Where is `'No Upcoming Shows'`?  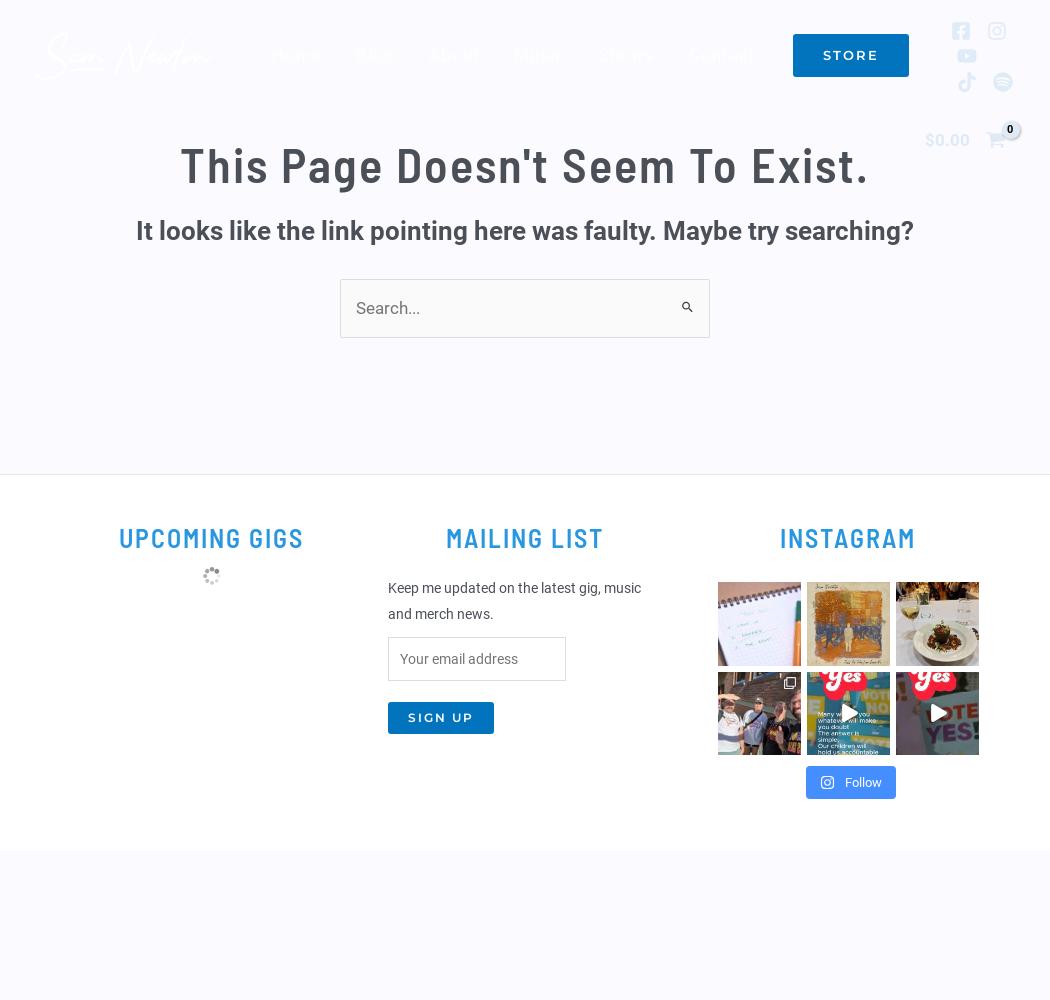
'No Upcoming Shows' is located at coordinates (210, 610).